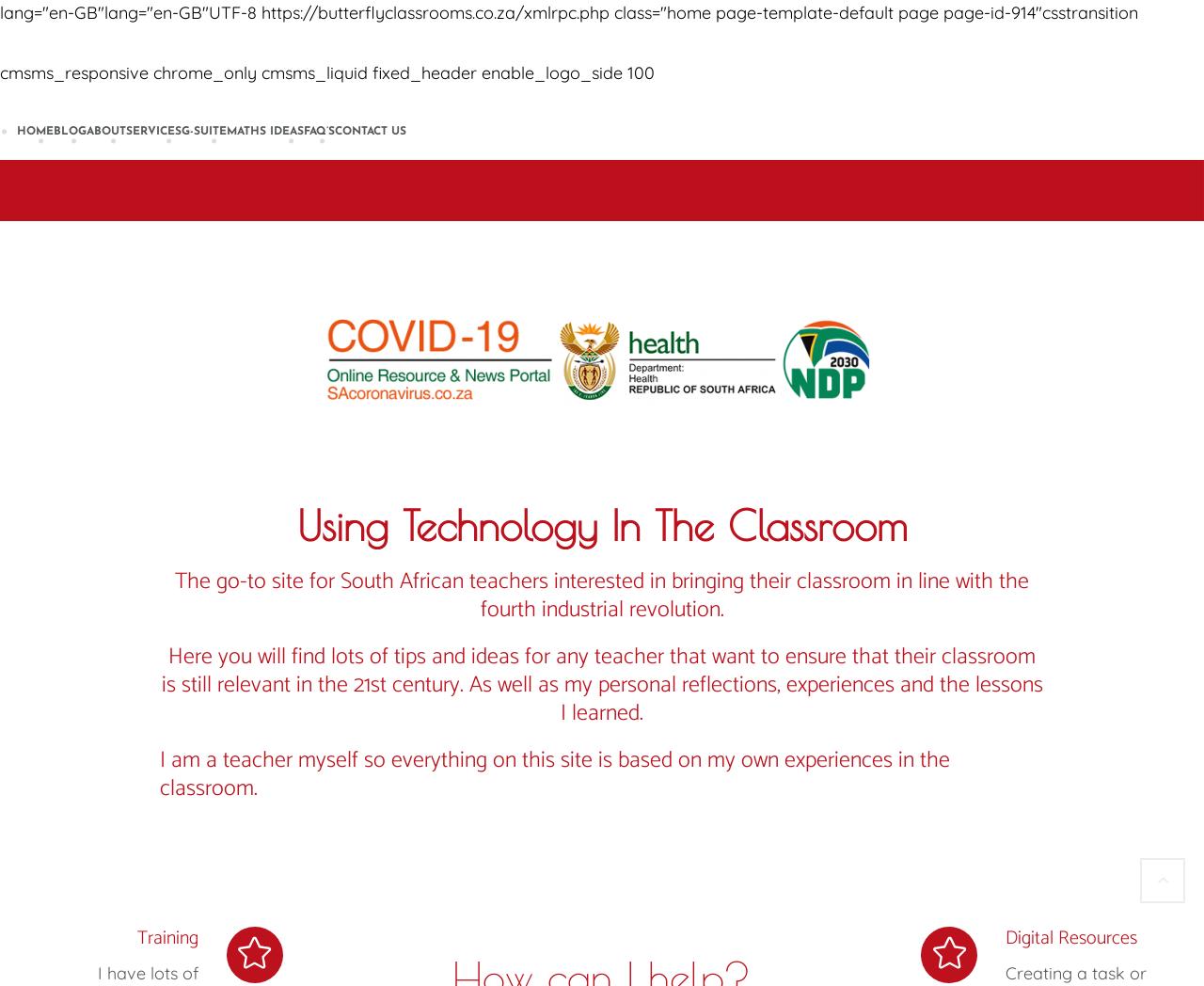 The image size is (1204, 986). What do you see at coordinates (174, 595) in the screenshot?
I see `'The go-to site for South African teachers interested in bringing their classroom in line with the fourth industrial revolution.'` at bounding box center [174, 595].